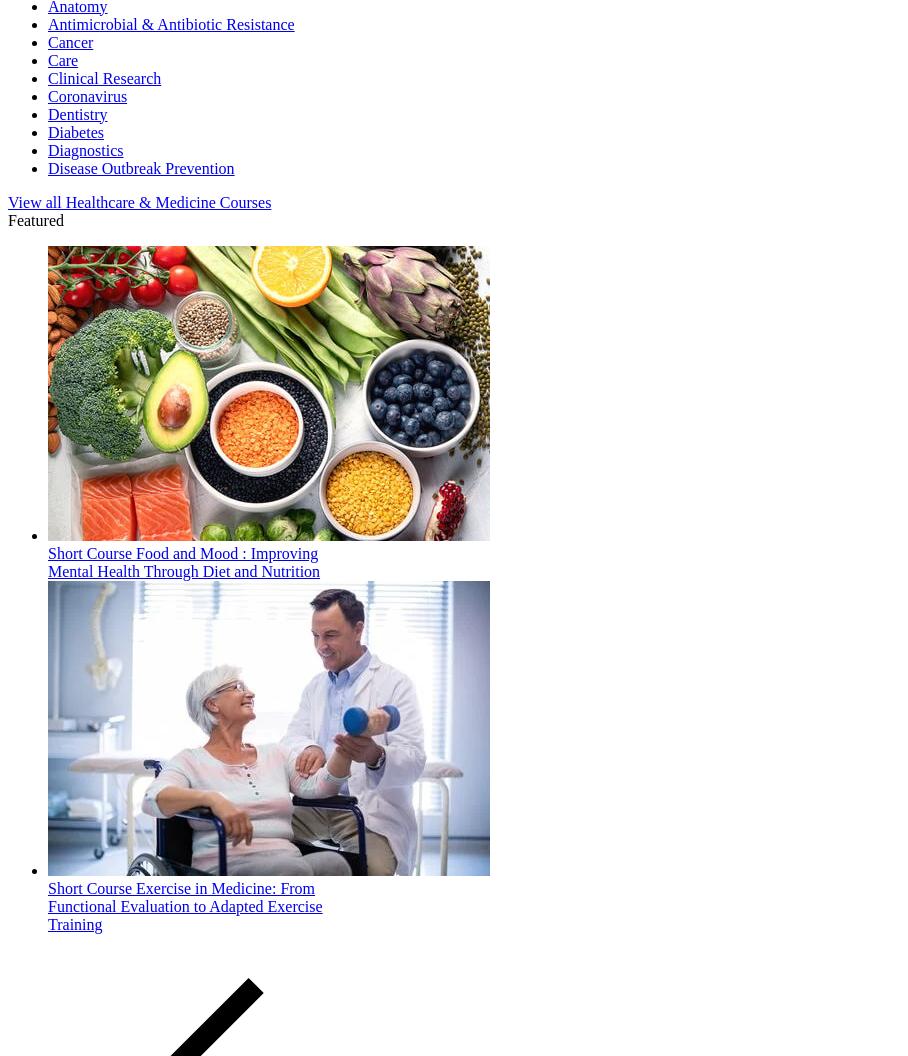  Describe the element at coordinates (169, 23) in the screenshot. I see `'Antimicrobial & Antibiotic Resistance'` at that location.